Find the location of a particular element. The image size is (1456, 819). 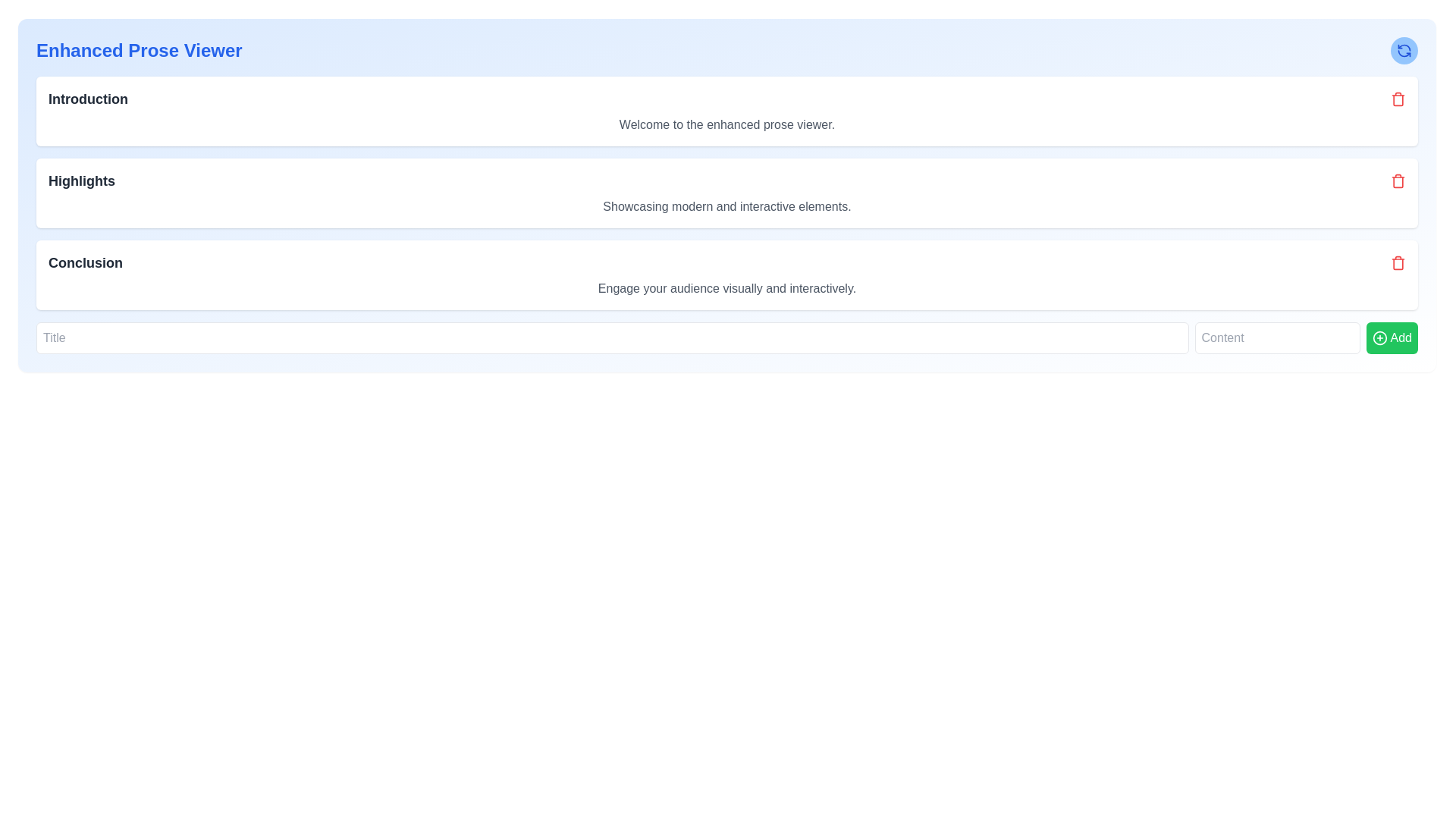

the trash can icon located at the far right of the header section of the 'Highlights' card is located at coordinates (1397, 180).